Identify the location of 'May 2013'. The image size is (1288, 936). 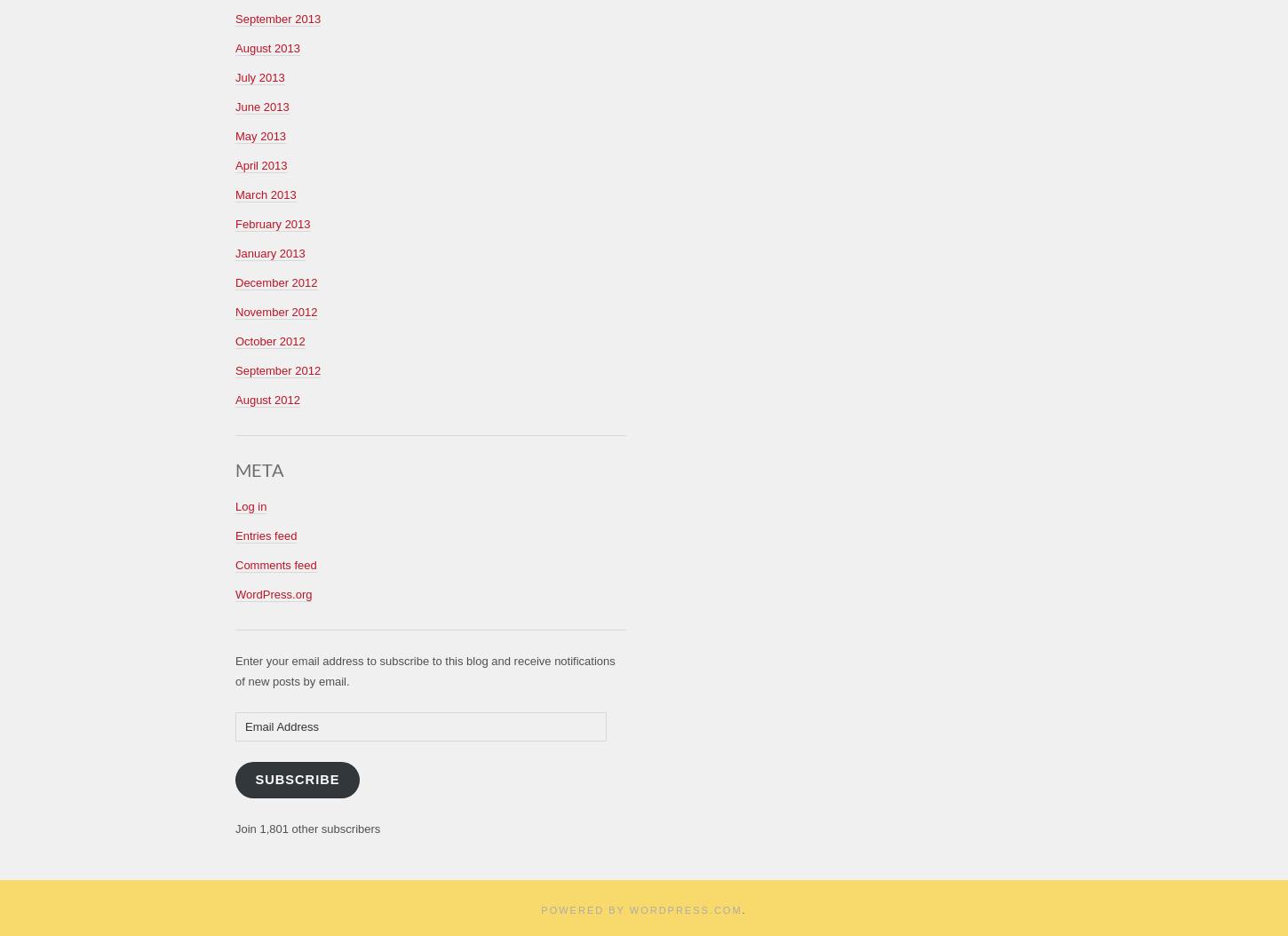
(260, 135).